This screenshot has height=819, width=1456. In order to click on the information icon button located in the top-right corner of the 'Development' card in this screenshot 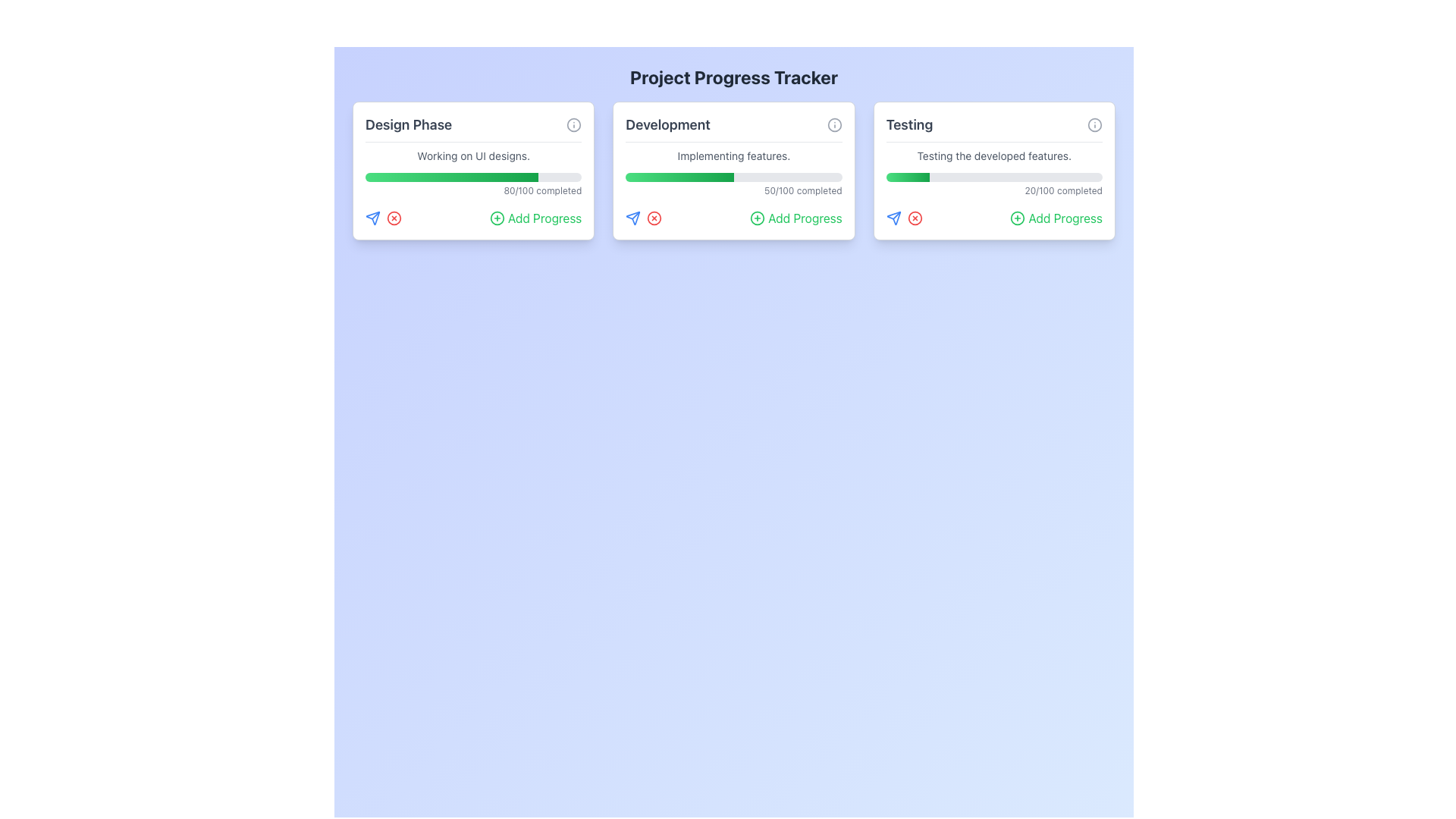, I will do `click(833, 124)`.